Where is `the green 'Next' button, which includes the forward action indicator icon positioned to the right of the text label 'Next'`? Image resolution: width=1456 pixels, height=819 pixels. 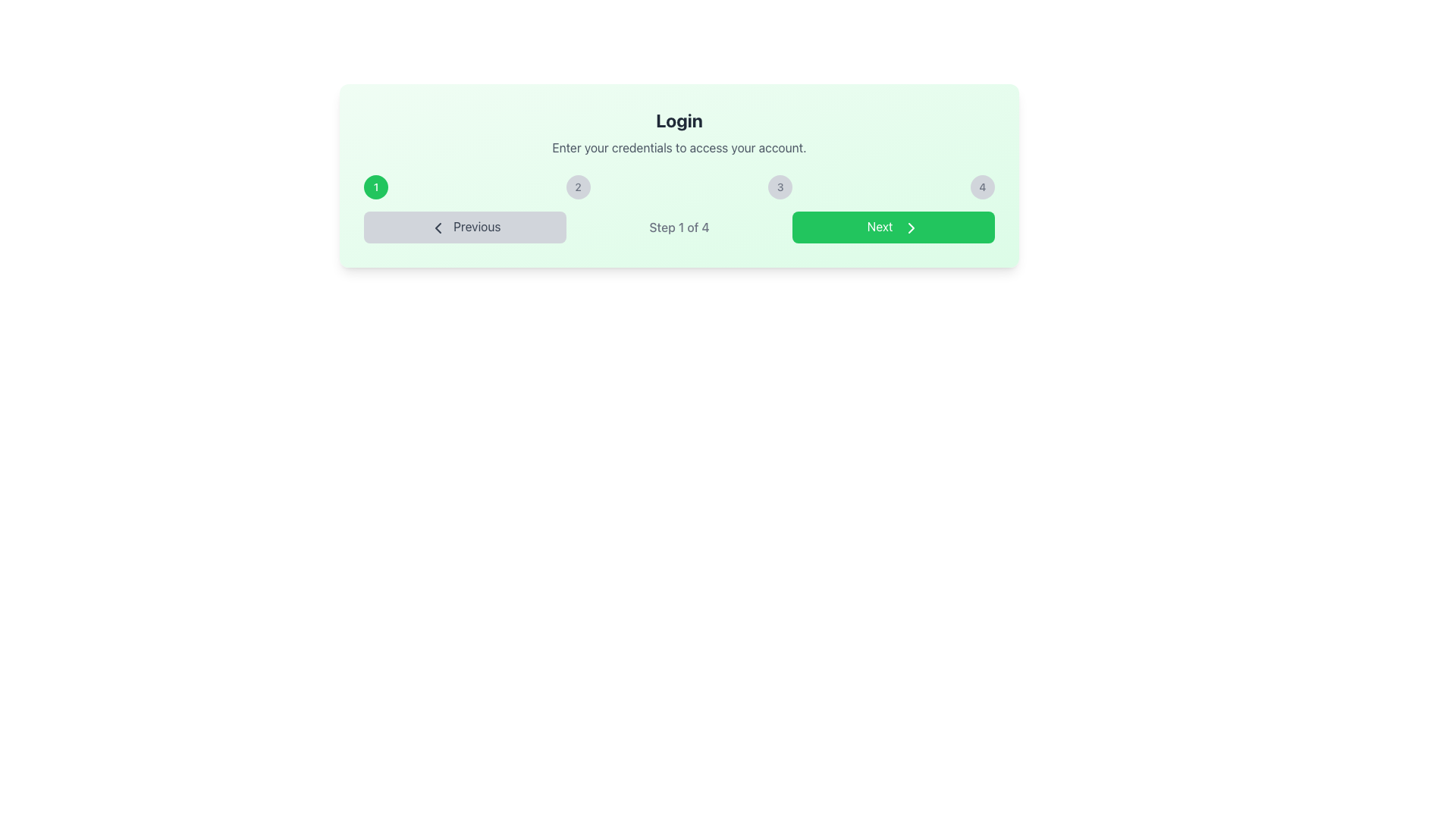
the green 'Next' button, which includes the forward action indicator icon positioned to the right of the text label 'Next' is located at coordinates (910, 227).